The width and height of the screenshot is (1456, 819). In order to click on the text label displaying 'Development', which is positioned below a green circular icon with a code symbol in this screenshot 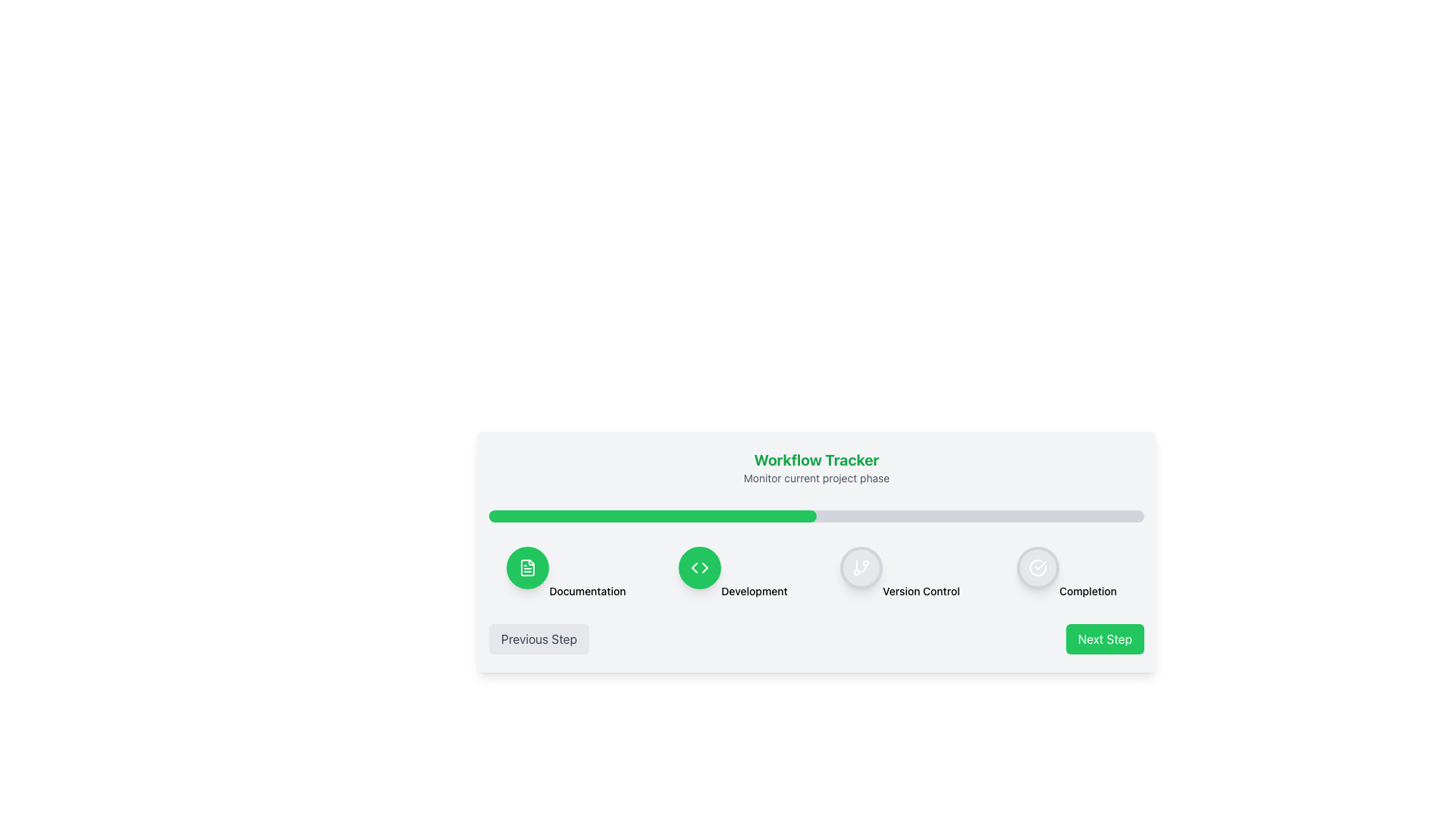, I will do `click(754, 590)`.